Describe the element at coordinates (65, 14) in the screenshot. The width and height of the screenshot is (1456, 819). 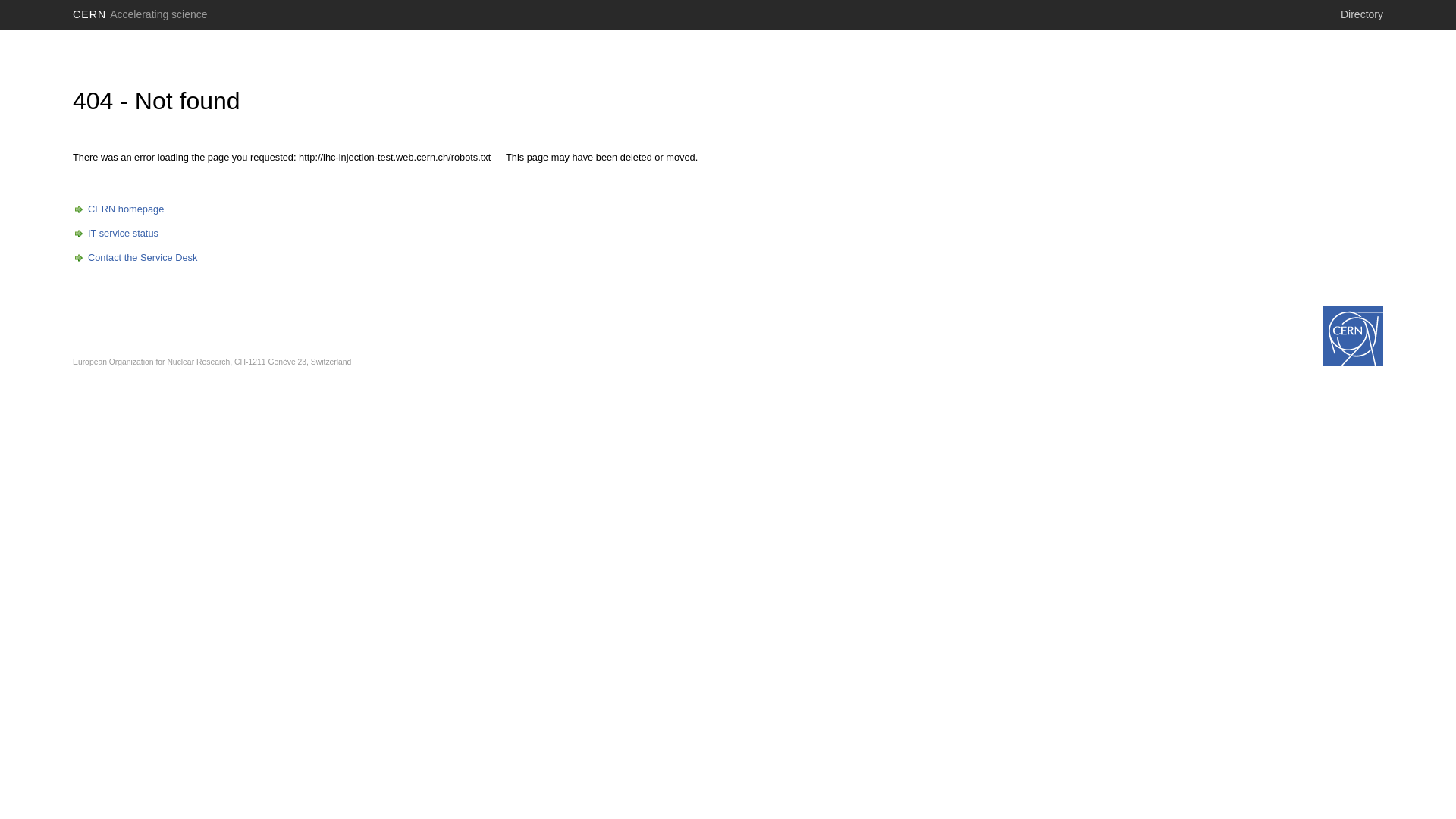
I see `'CERN Accelerating science'` at that location.